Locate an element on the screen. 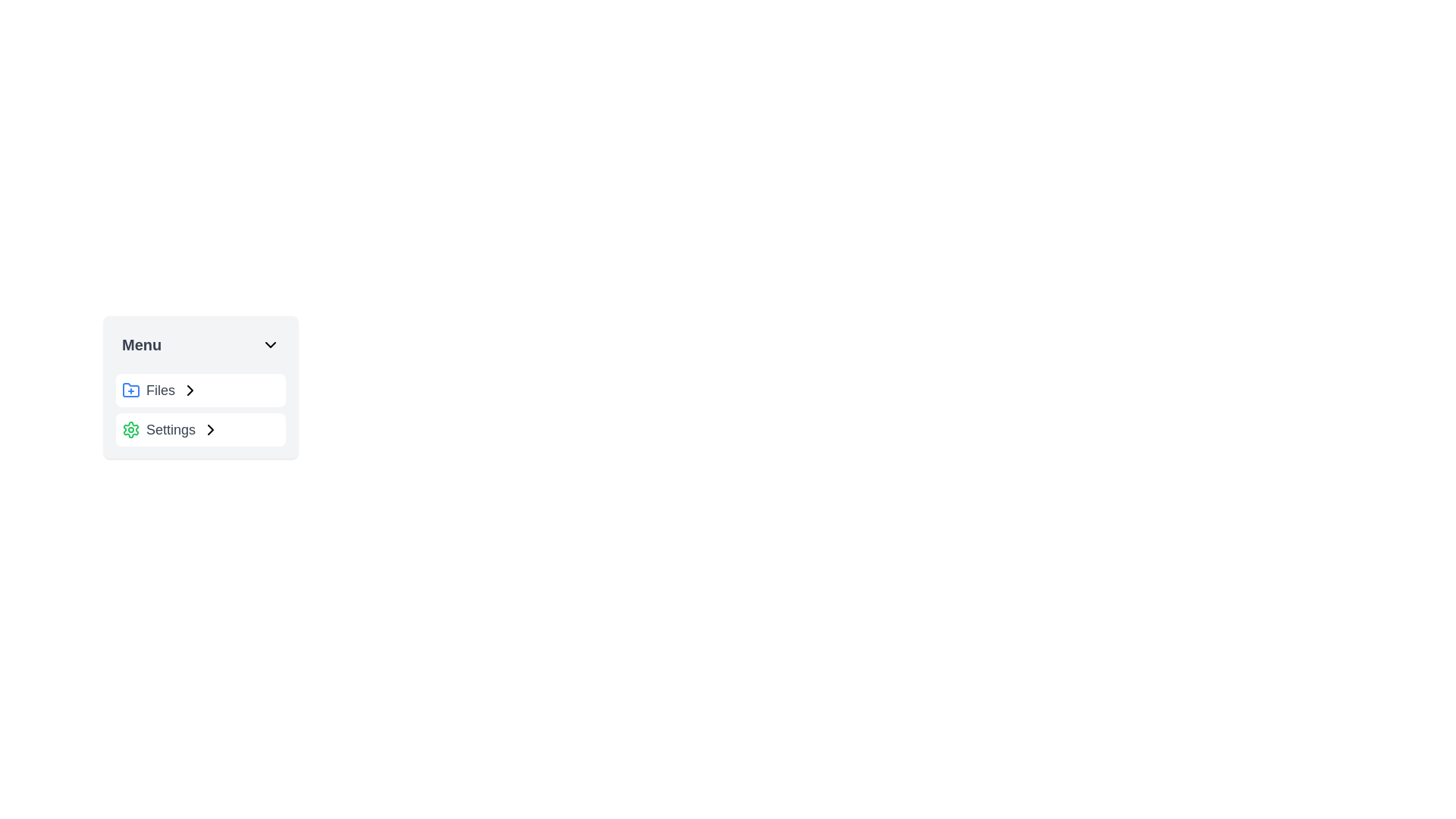 The height and width of the screenshot is (819, 1456). the 'Settings' label, which is a gray text label with medium font weight and large size, located beside a green gear icon in the second row of the 'Menu' is located at coordinates (171, 430).